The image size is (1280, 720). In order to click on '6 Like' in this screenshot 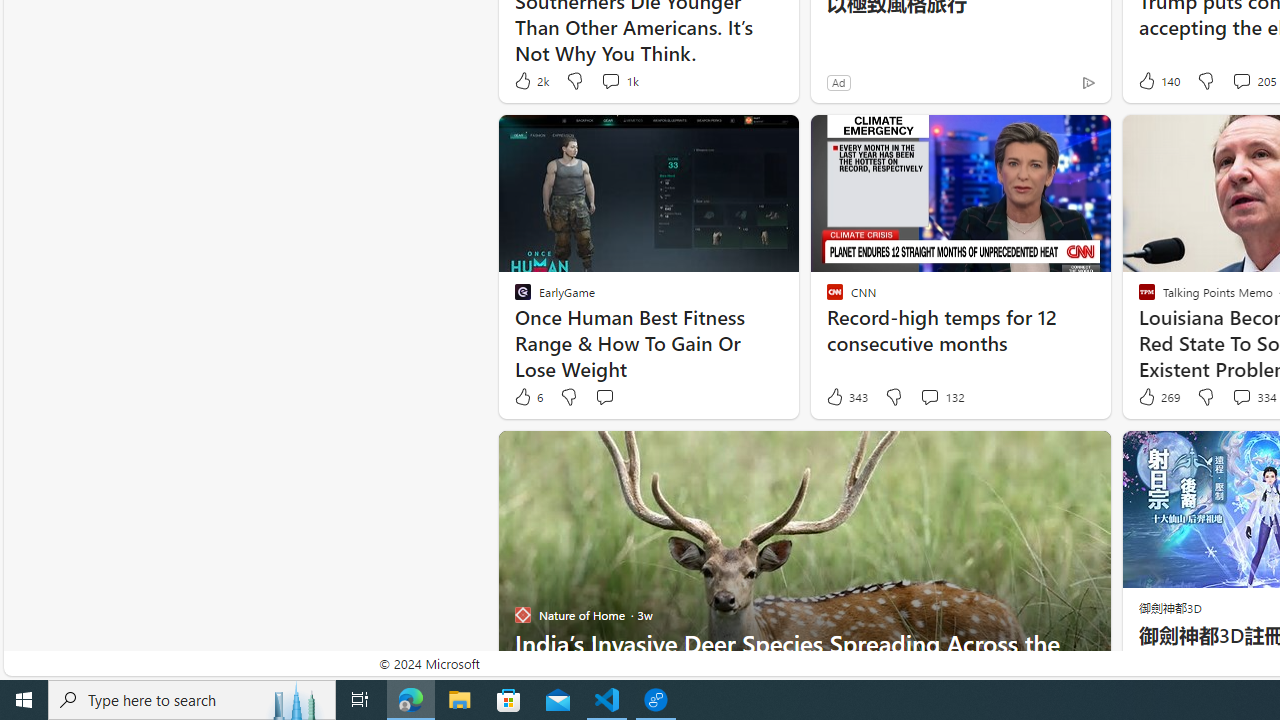, I will do `click(527, 397)`.